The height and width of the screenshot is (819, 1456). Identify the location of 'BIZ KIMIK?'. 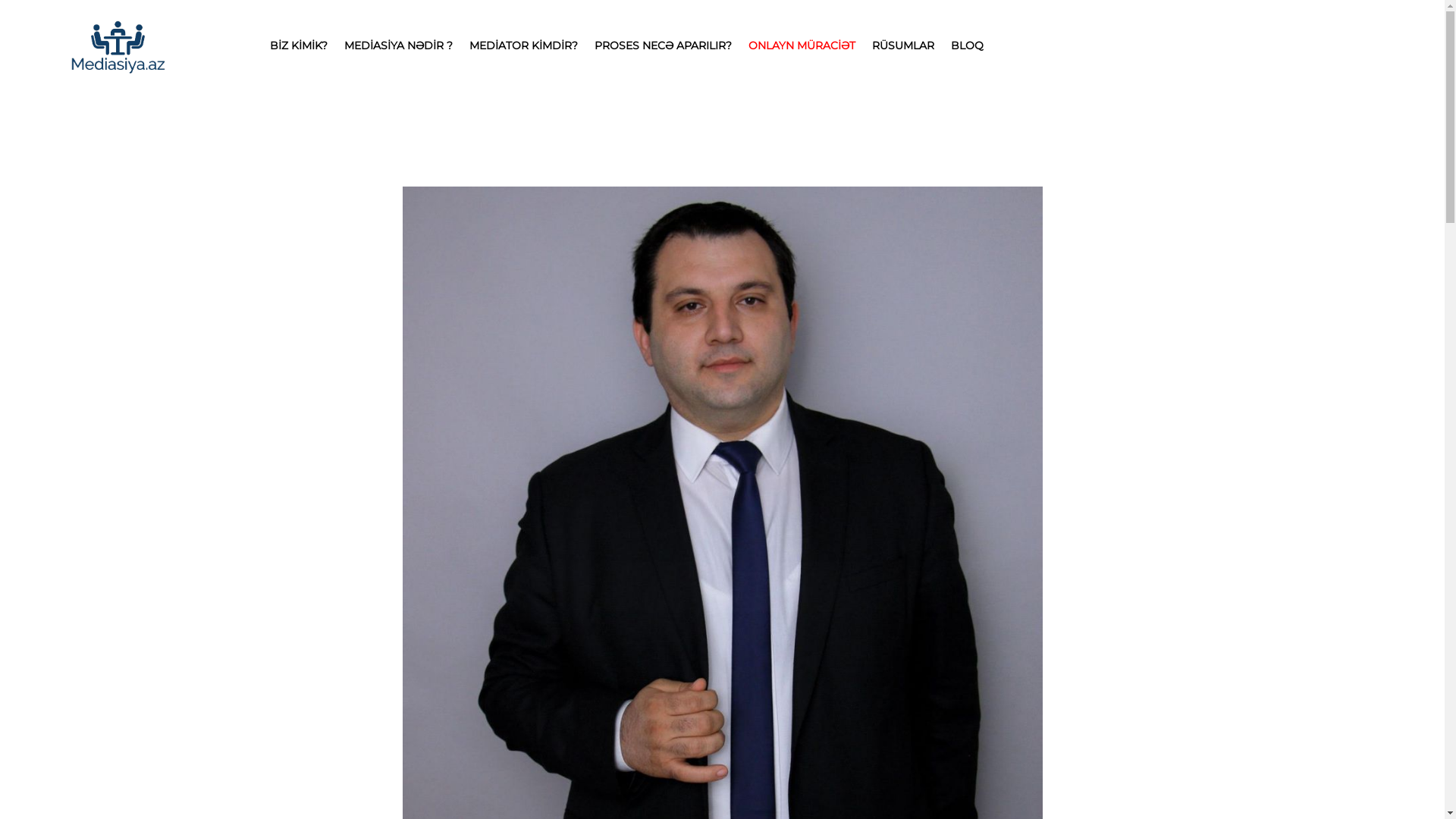
(298, 45).